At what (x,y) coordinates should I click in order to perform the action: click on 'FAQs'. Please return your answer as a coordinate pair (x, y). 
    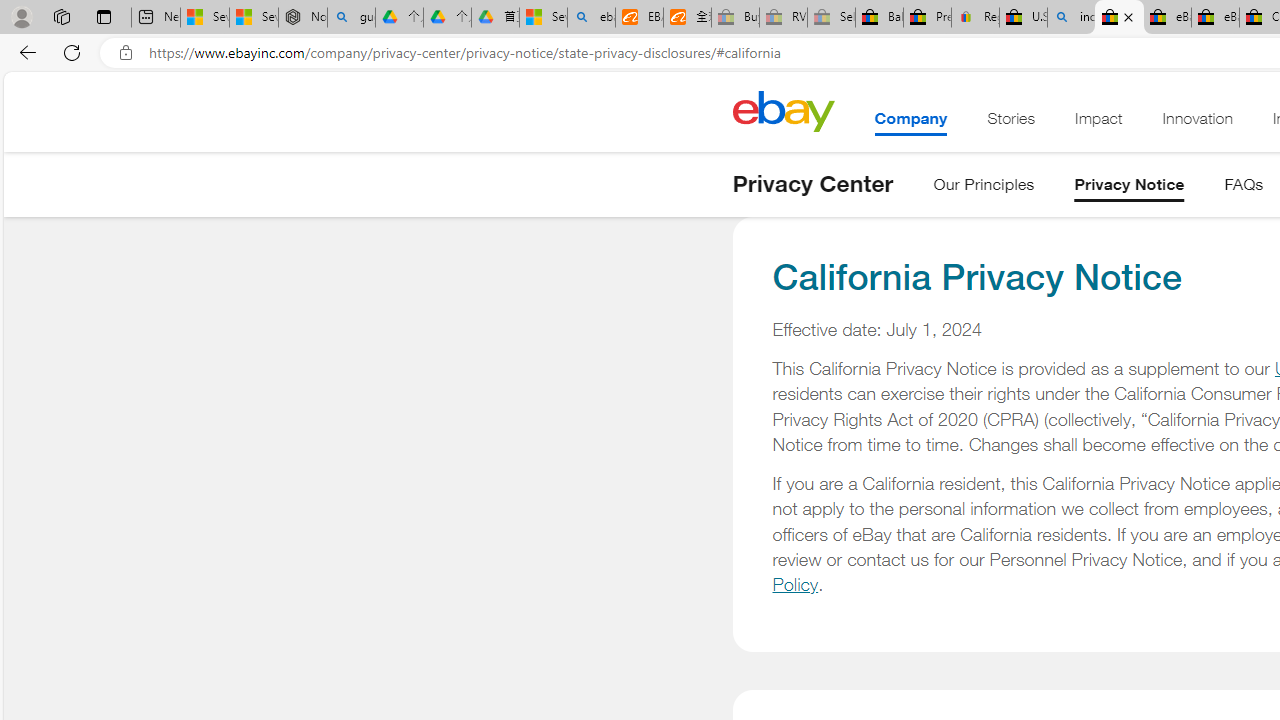
    Looking at the image, I should click on (1243, 188).